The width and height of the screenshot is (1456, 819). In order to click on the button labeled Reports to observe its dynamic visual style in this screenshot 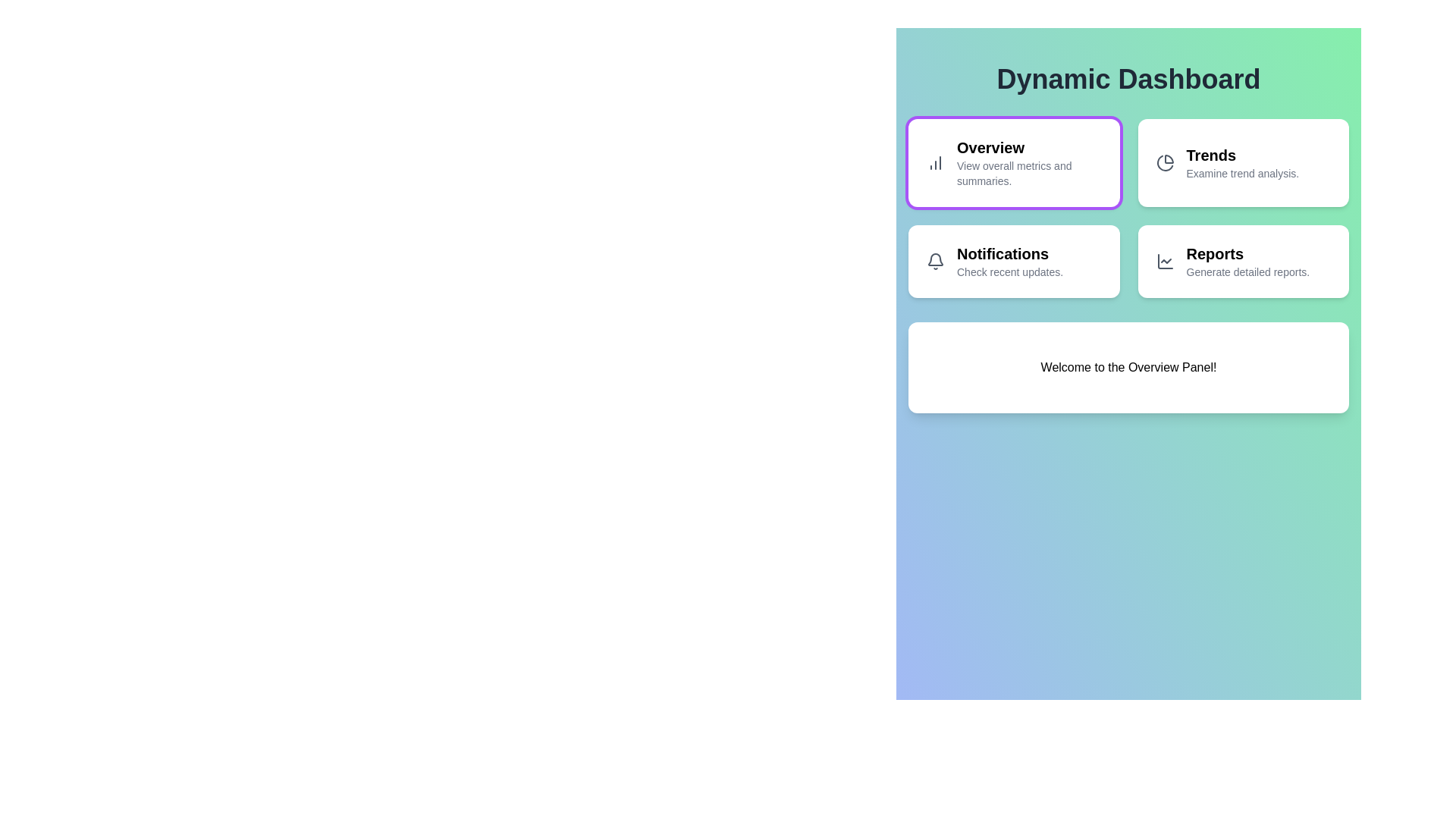, I will do `click(1243, 260)`.